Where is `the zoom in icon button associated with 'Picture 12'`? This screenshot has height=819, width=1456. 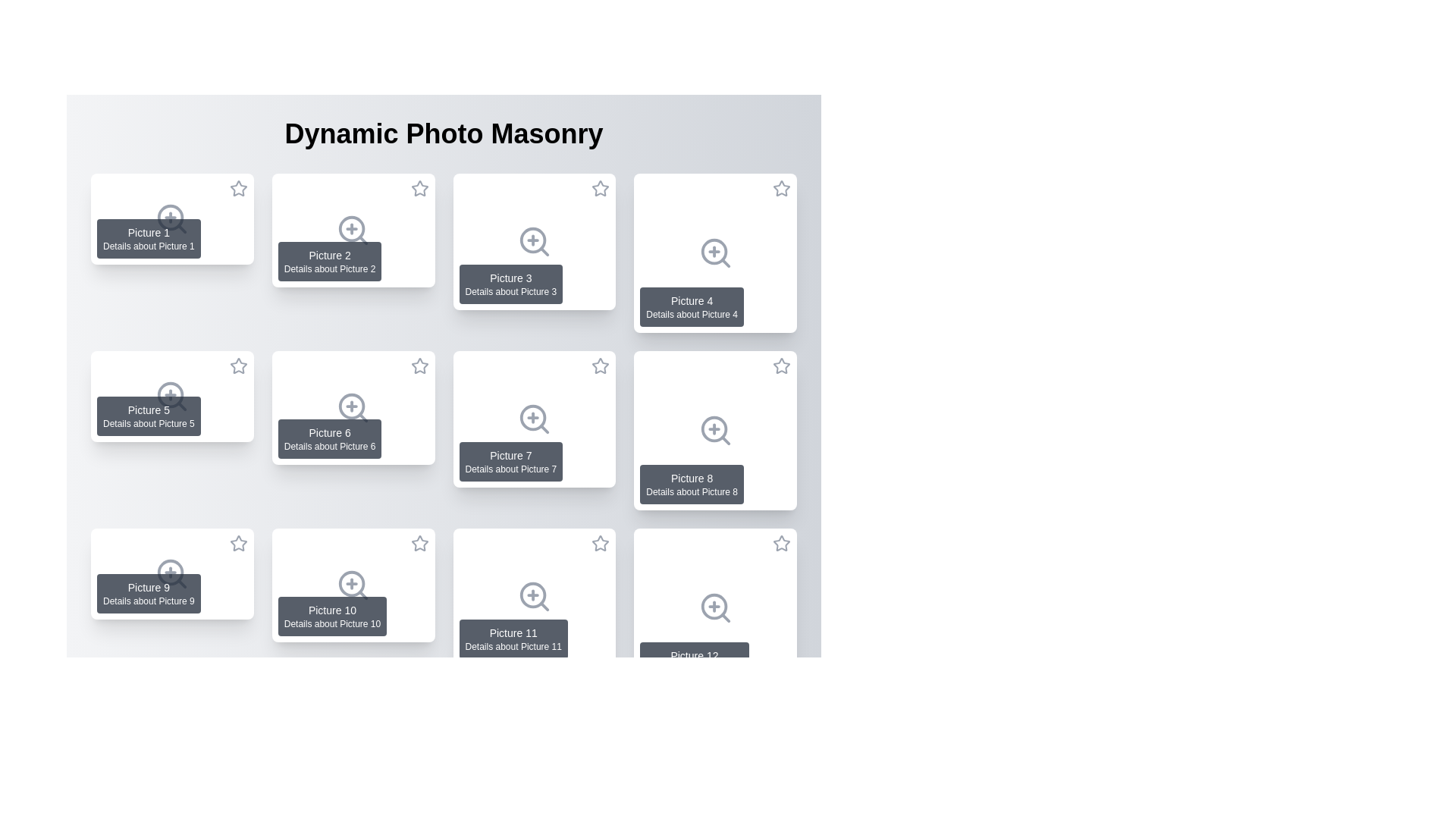
the zoom in icon button associated with 'Picture 12' is located at coordinates (714, 607).